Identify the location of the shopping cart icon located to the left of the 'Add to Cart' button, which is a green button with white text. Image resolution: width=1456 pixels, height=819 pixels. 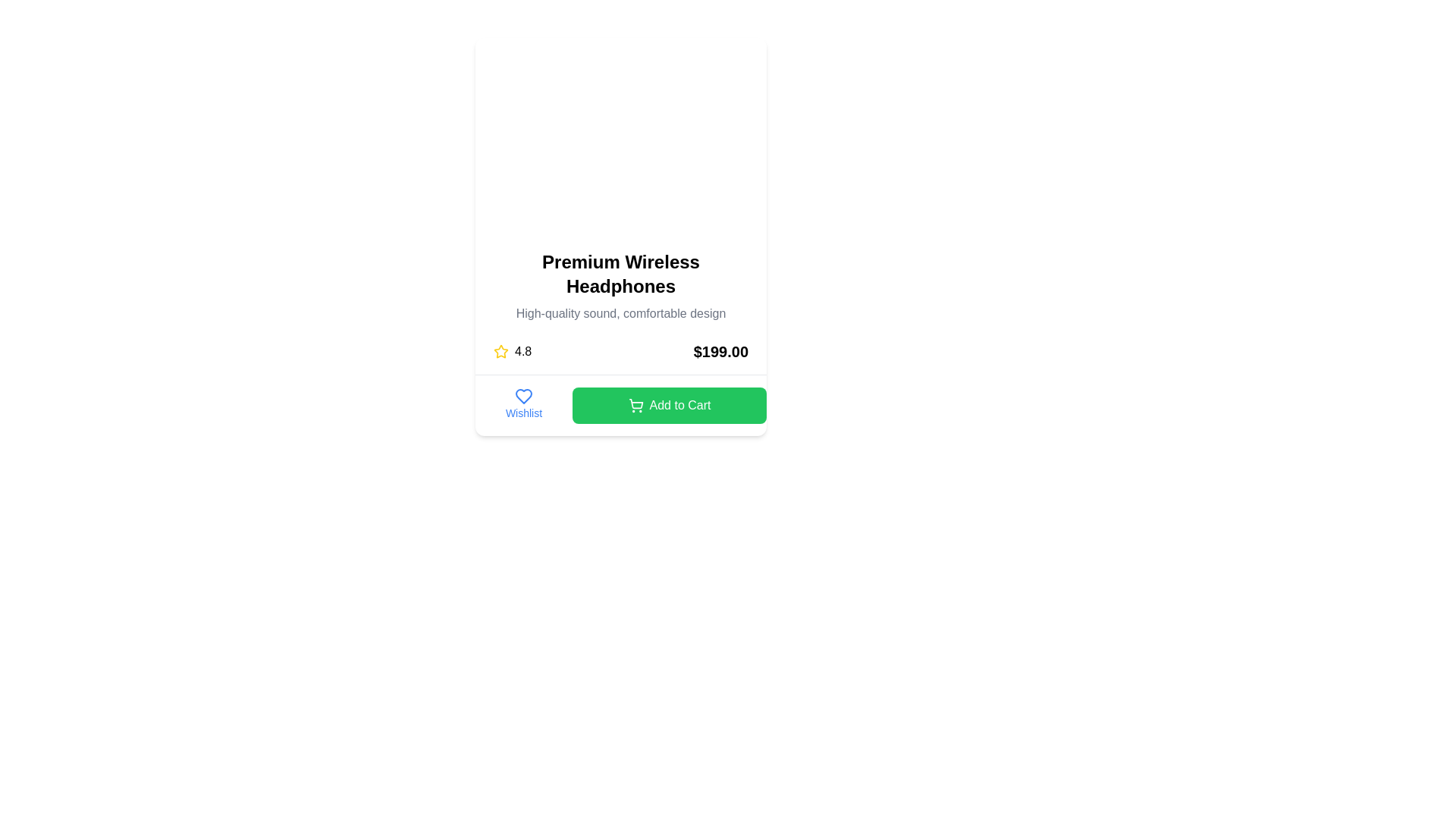
(635, 405).